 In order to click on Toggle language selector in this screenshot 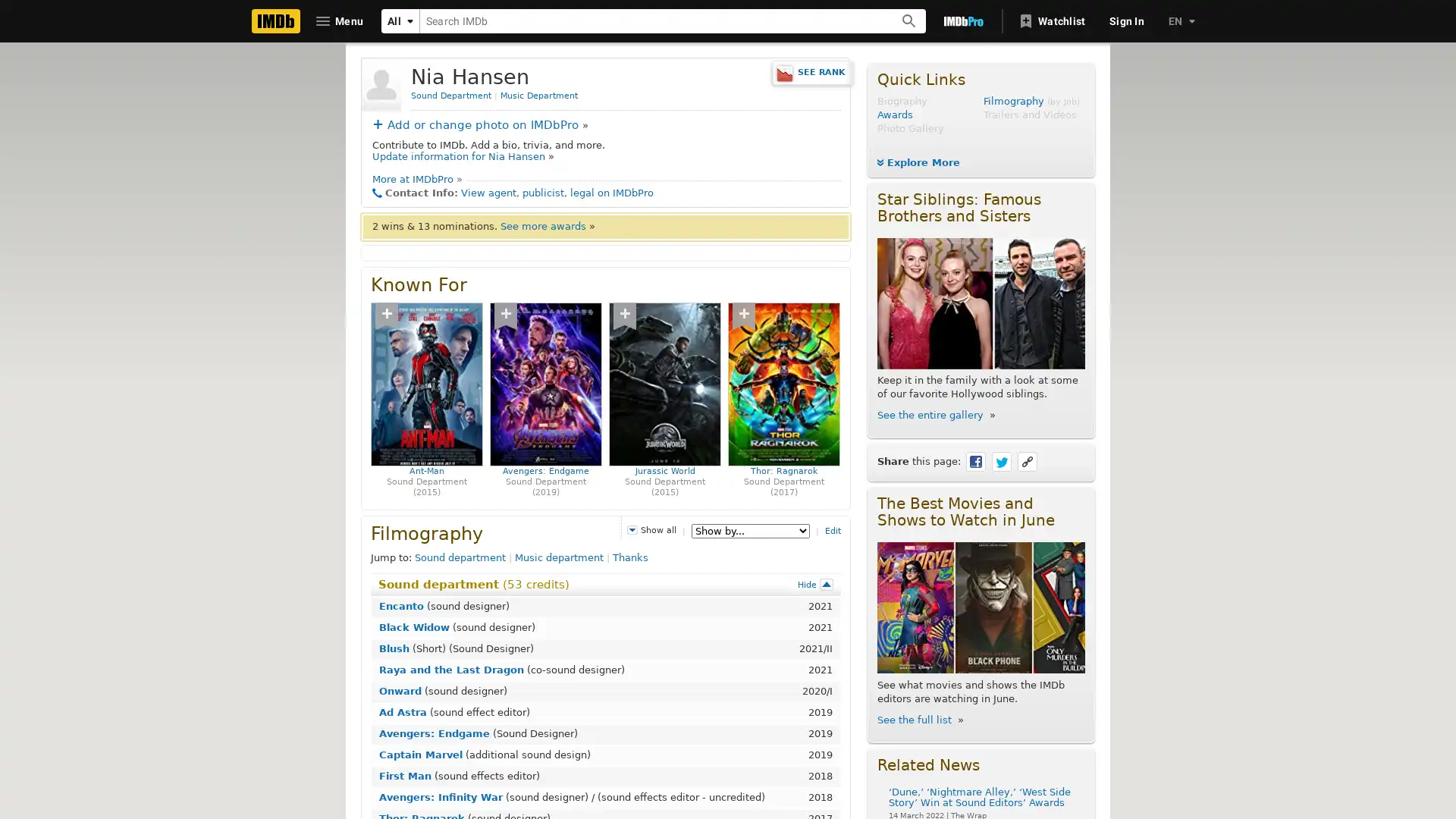, I will do `click(1179, 20)`.